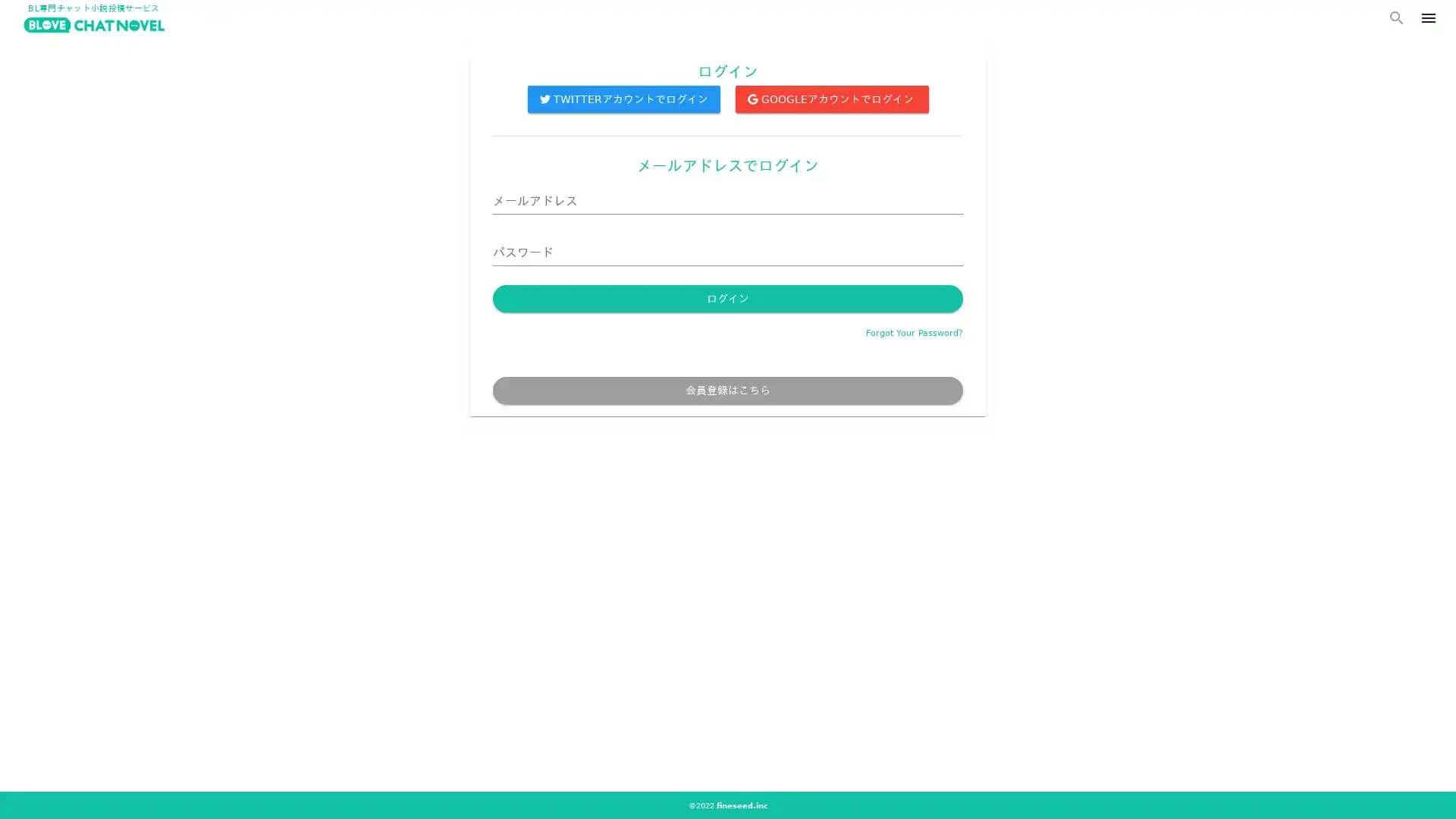 The height and width of the screenshot is (819, 1456). I want to click on GOOGLE, so click(830, 110).